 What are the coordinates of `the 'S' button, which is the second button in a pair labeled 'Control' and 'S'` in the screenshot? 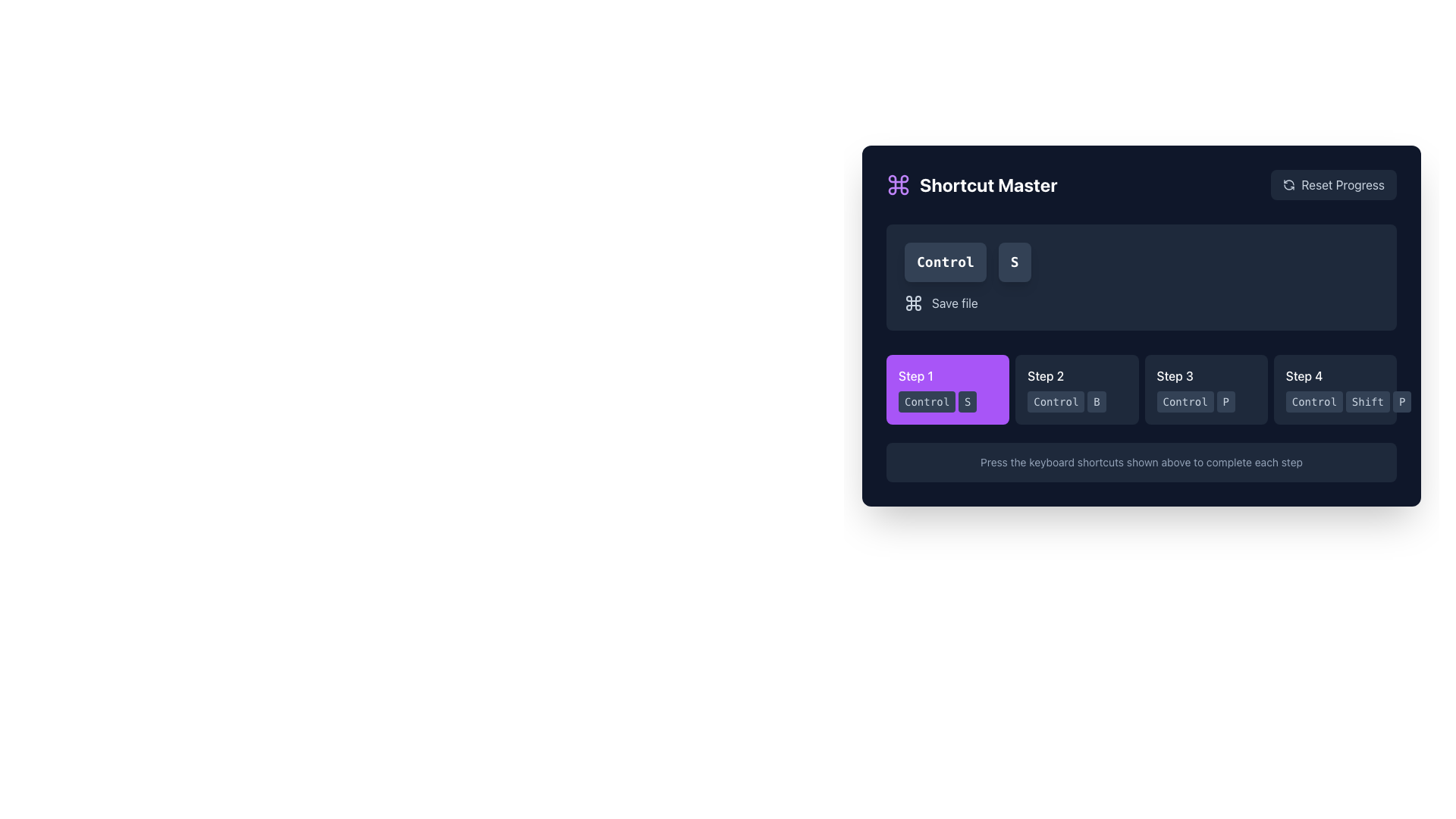 It's located at (967, 400).